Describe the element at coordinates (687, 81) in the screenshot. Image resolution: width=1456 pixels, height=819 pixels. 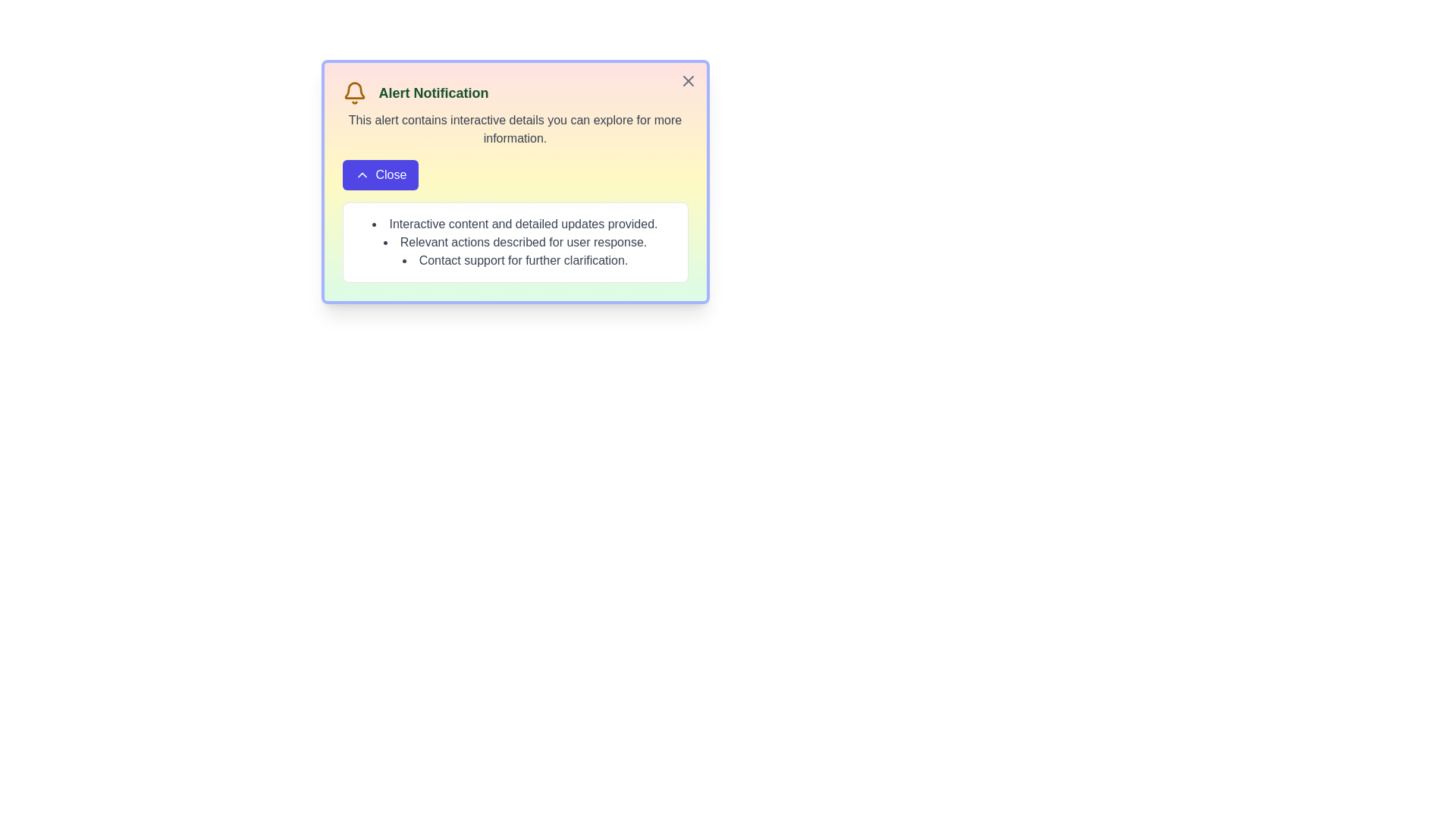
I see `the close button in the top-right corner of the alert to dismiss it` at that location.